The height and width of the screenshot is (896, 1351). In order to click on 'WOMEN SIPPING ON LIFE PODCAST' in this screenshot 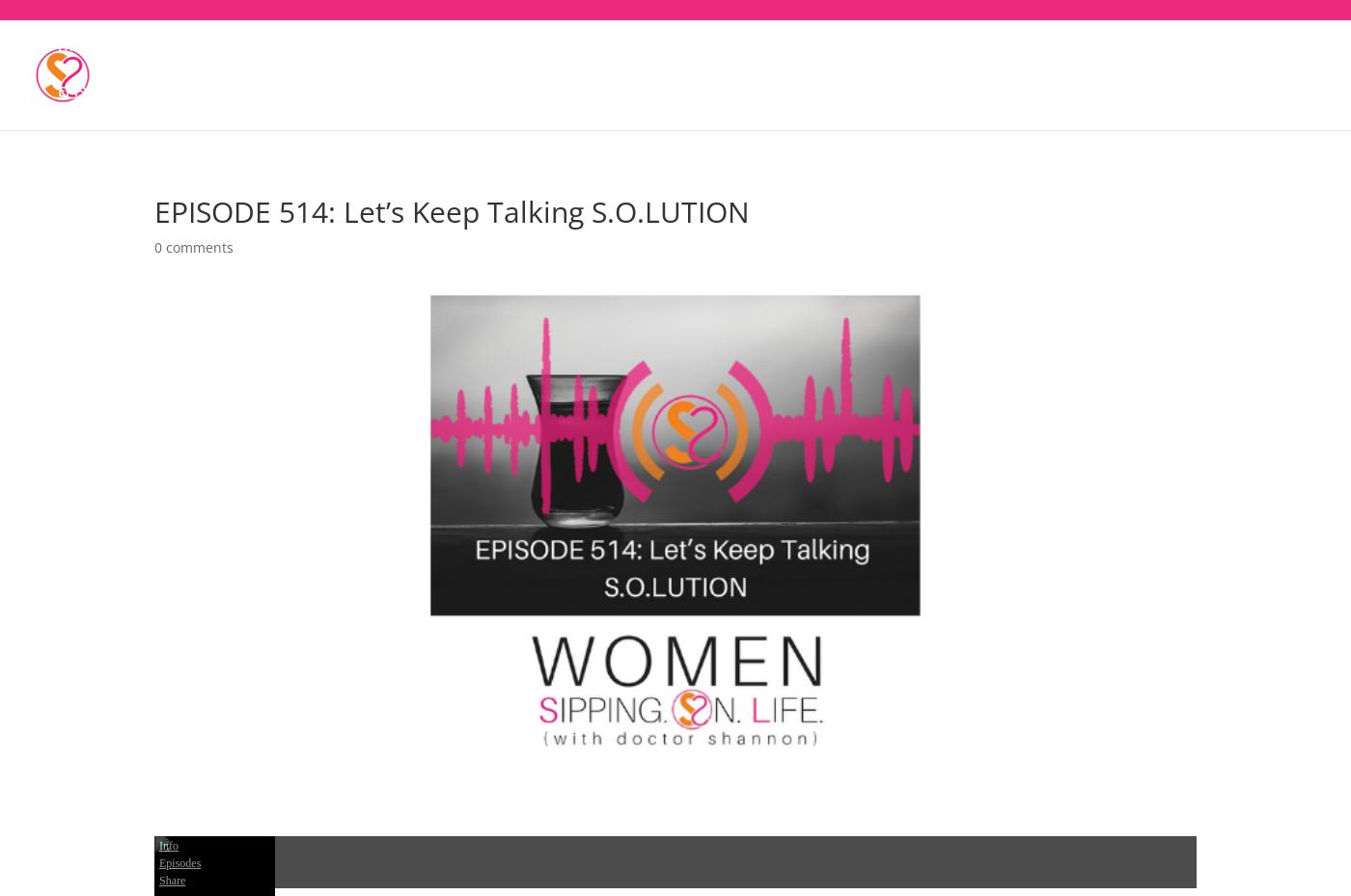, I will do `click(574, 103)`.